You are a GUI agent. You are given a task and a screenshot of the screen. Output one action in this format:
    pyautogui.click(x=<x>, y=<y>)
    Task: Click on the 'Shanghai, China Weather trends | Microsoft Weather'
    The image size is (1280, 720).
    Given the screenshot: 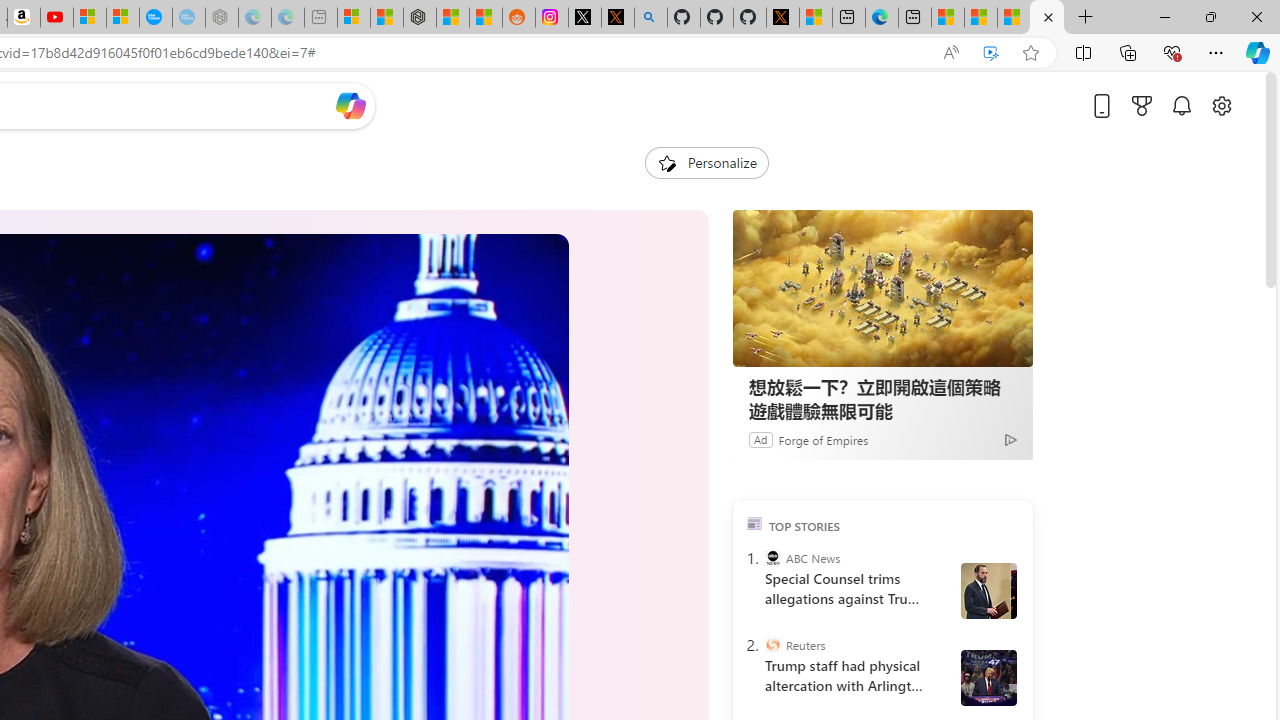 What is the action you would take?
    pyautogui.click(x=485, y=17)
    